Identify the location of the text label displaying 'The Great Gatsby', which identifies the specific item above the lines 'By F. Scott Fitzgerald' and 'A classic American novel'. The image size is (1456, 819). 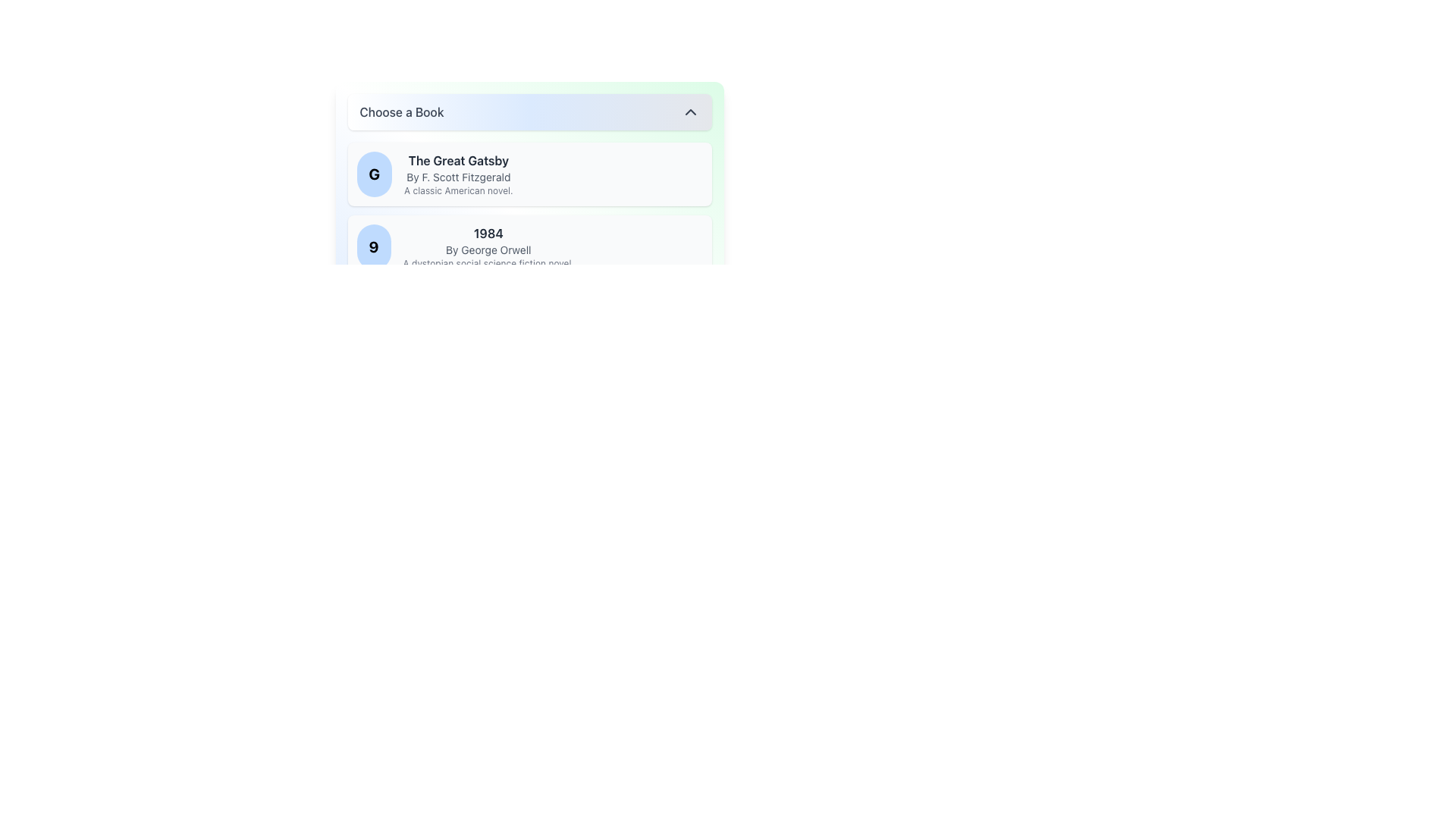
(457, 161).